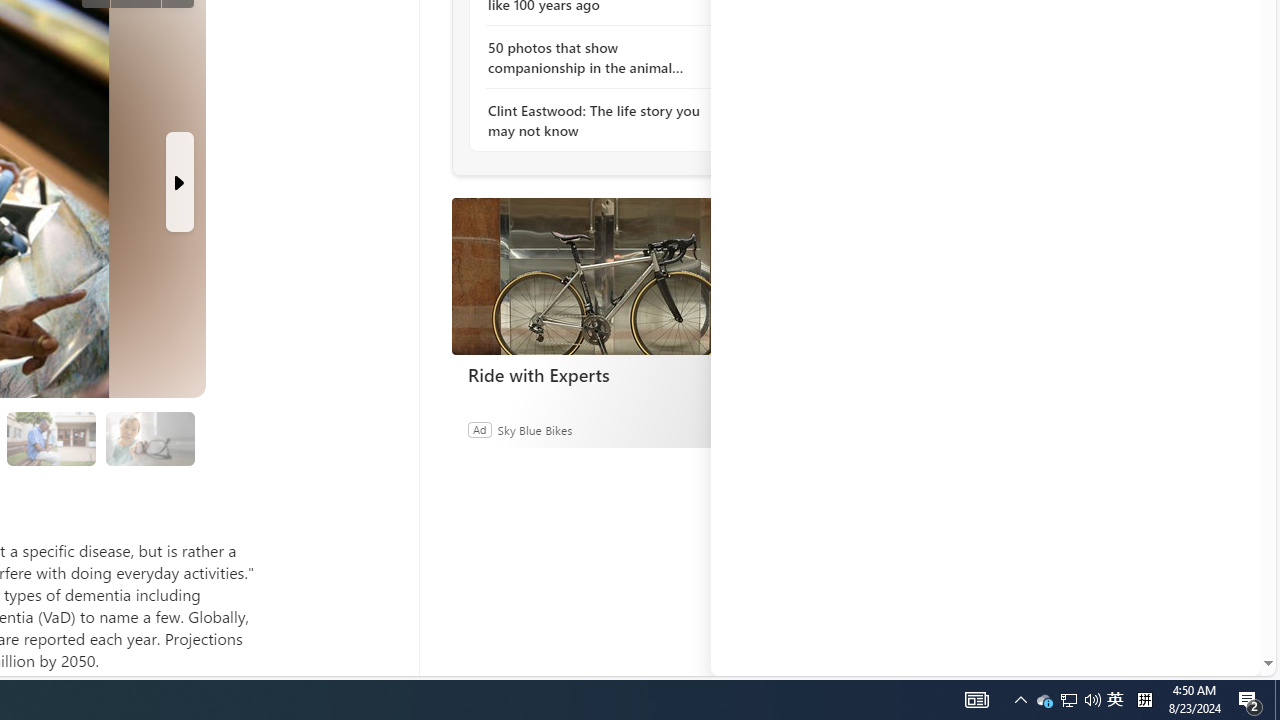 The height and width of the screenshot is (720, 1280). I want to click on 'Misplacing things and losing the ability to retrace steps', so click(149, 438).